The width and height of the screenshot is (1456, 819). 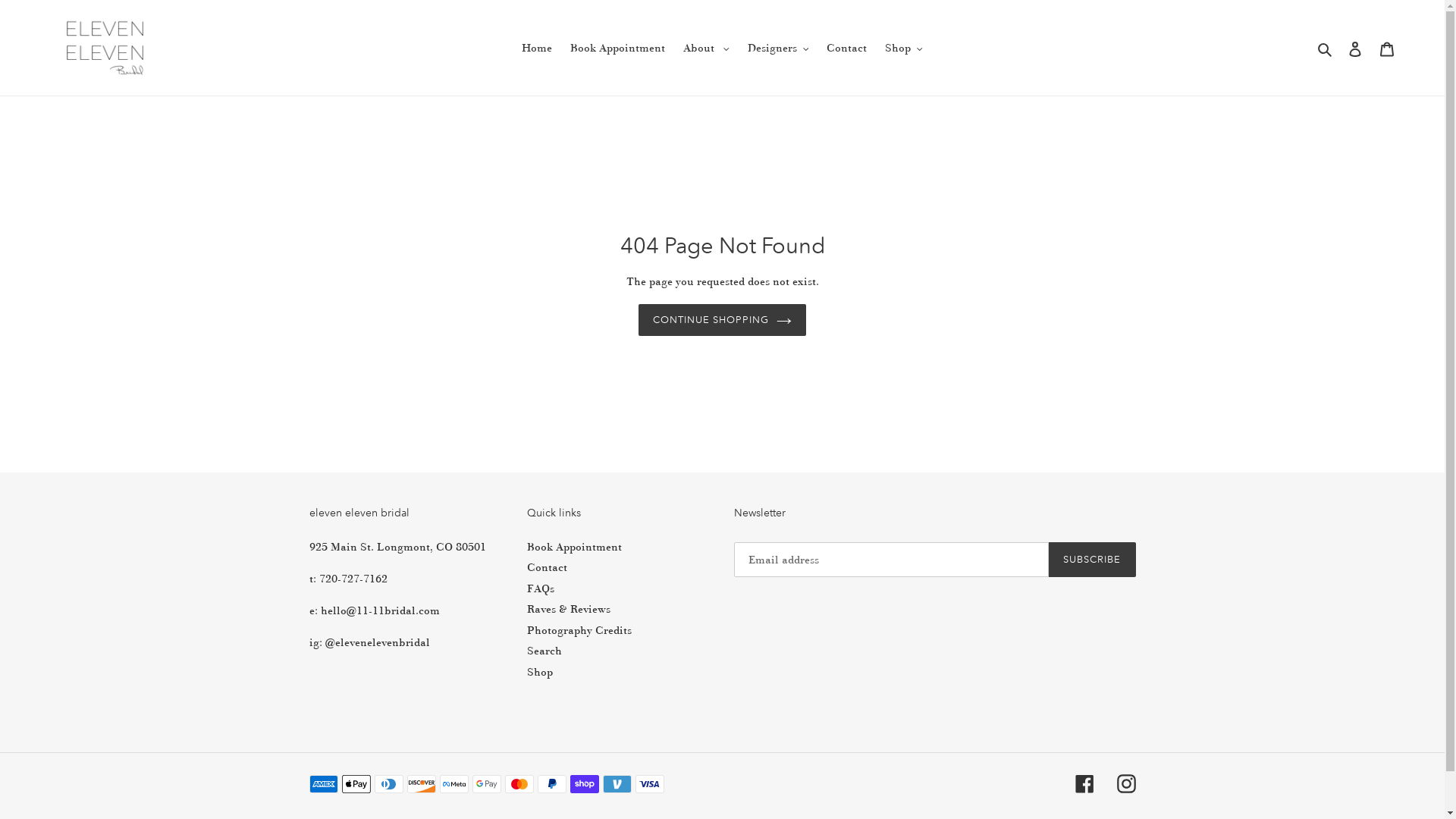 I want to click on 'Shop', so click(x=539, y=671).